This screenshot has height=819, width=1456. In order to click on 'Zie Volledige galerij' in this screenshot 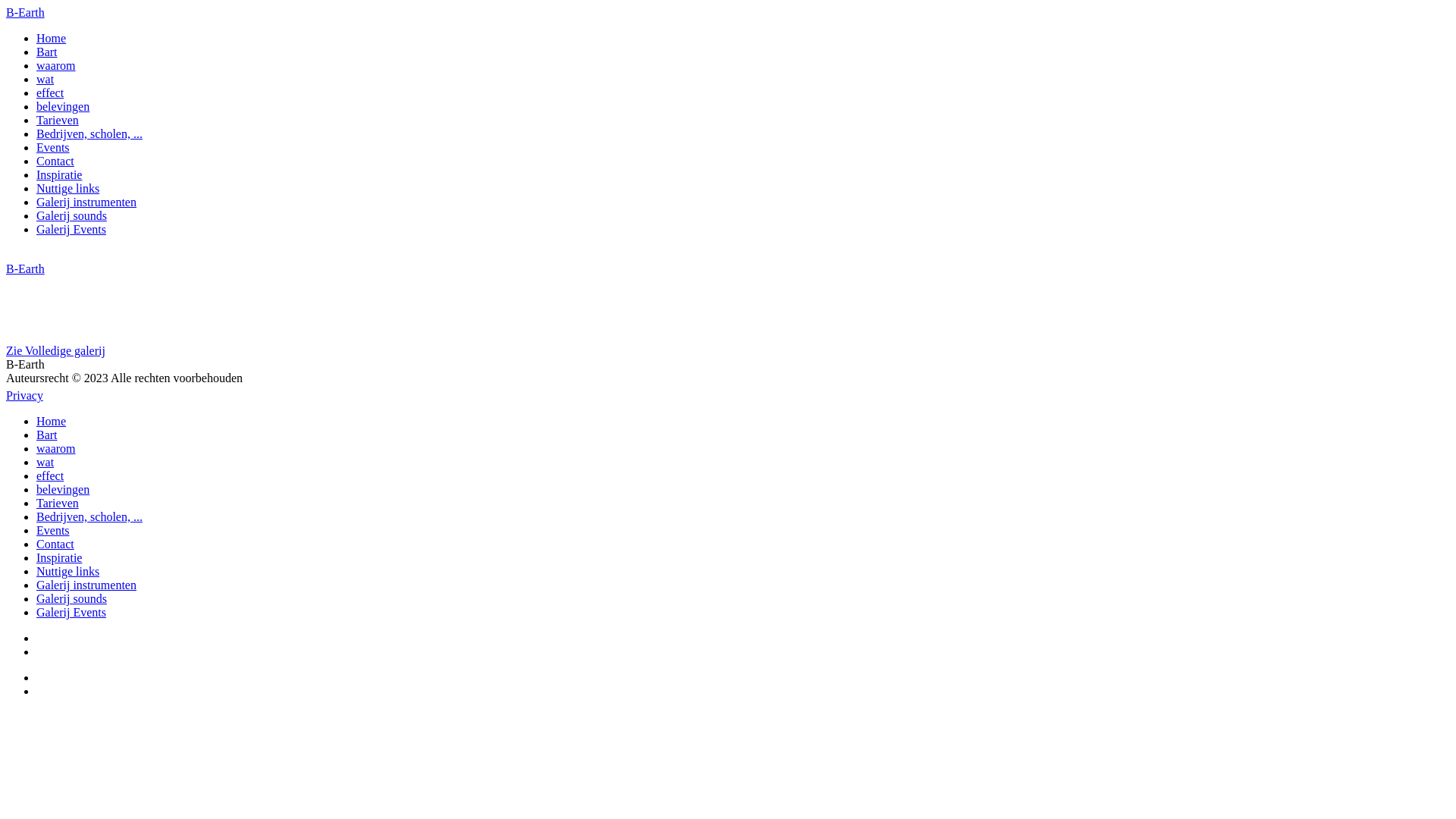, I will do `click(6, 350)`.